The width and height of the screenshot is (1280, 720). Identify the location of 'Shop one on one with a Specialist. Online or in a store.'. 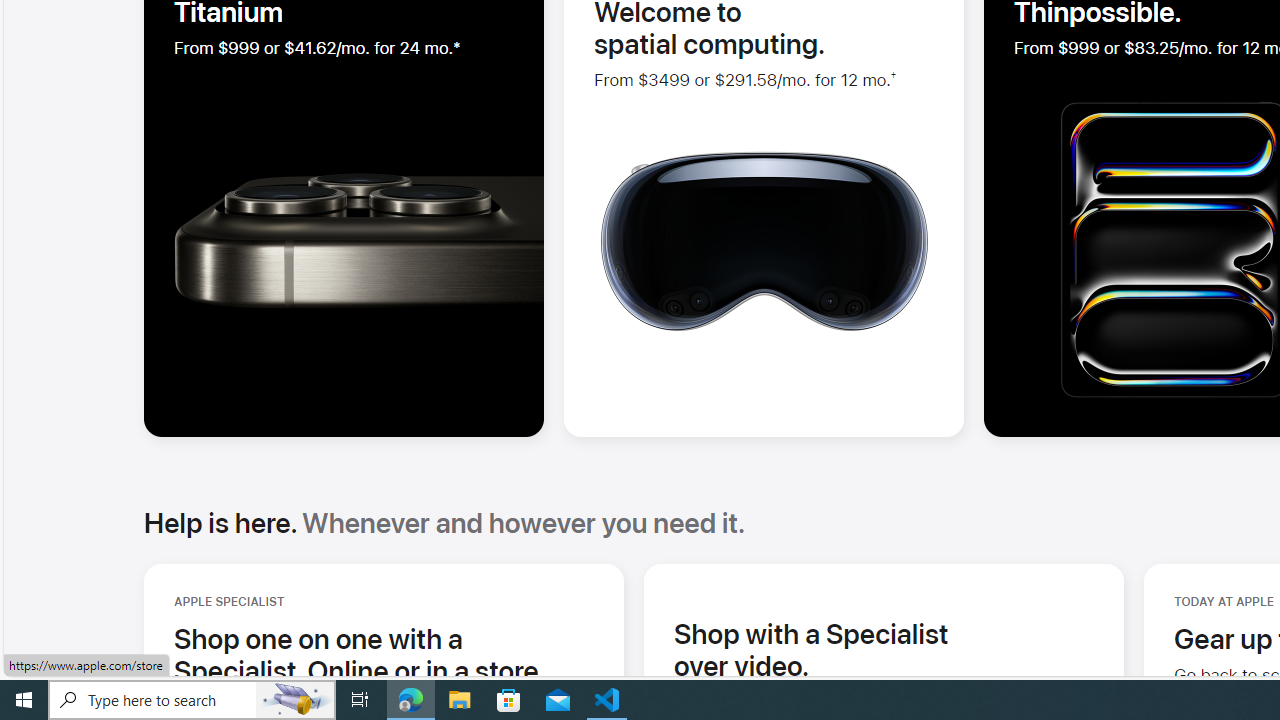
(384, 654).